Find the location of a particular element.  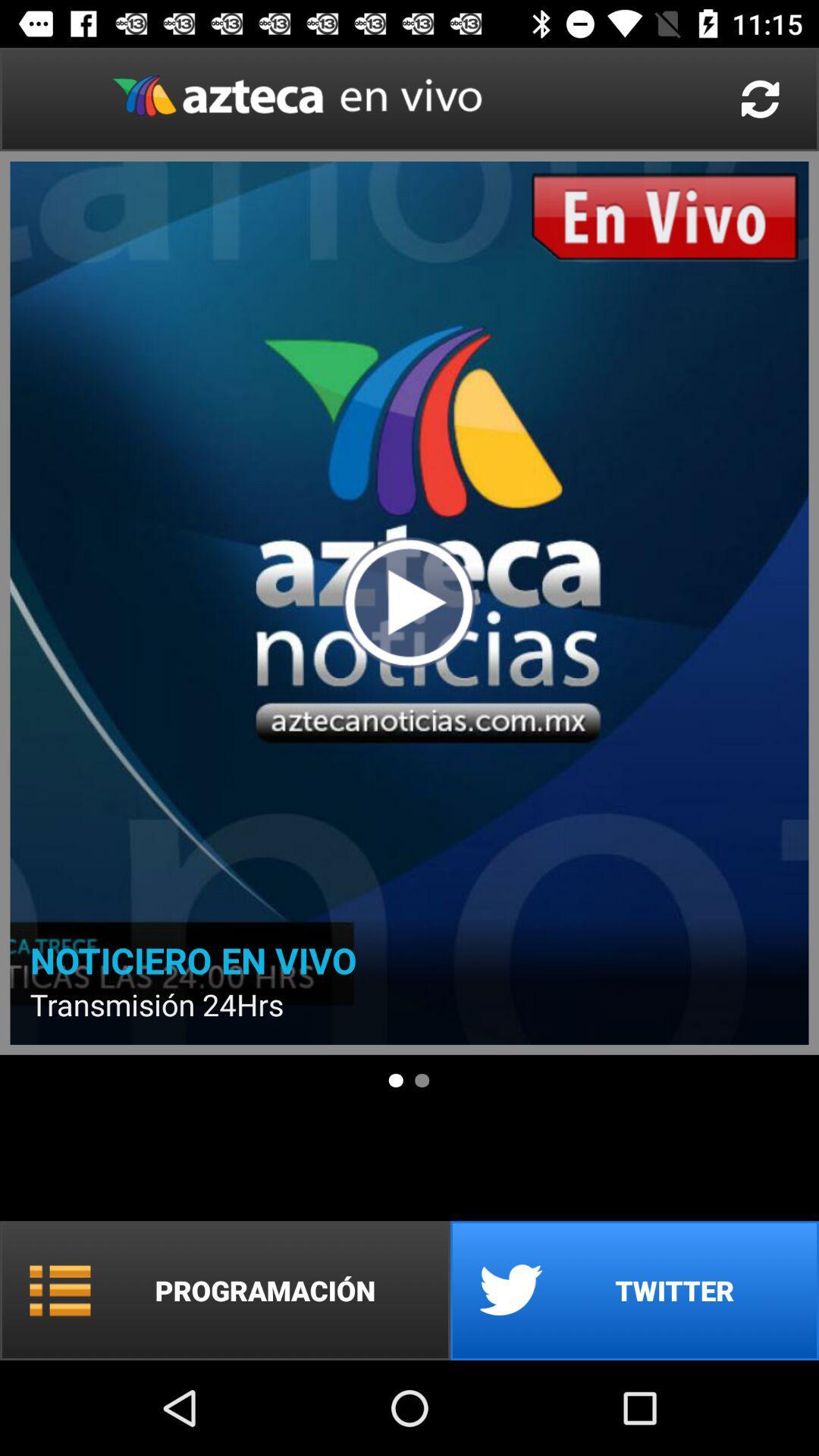

the twitter button is located at coordinates (635, 1290).